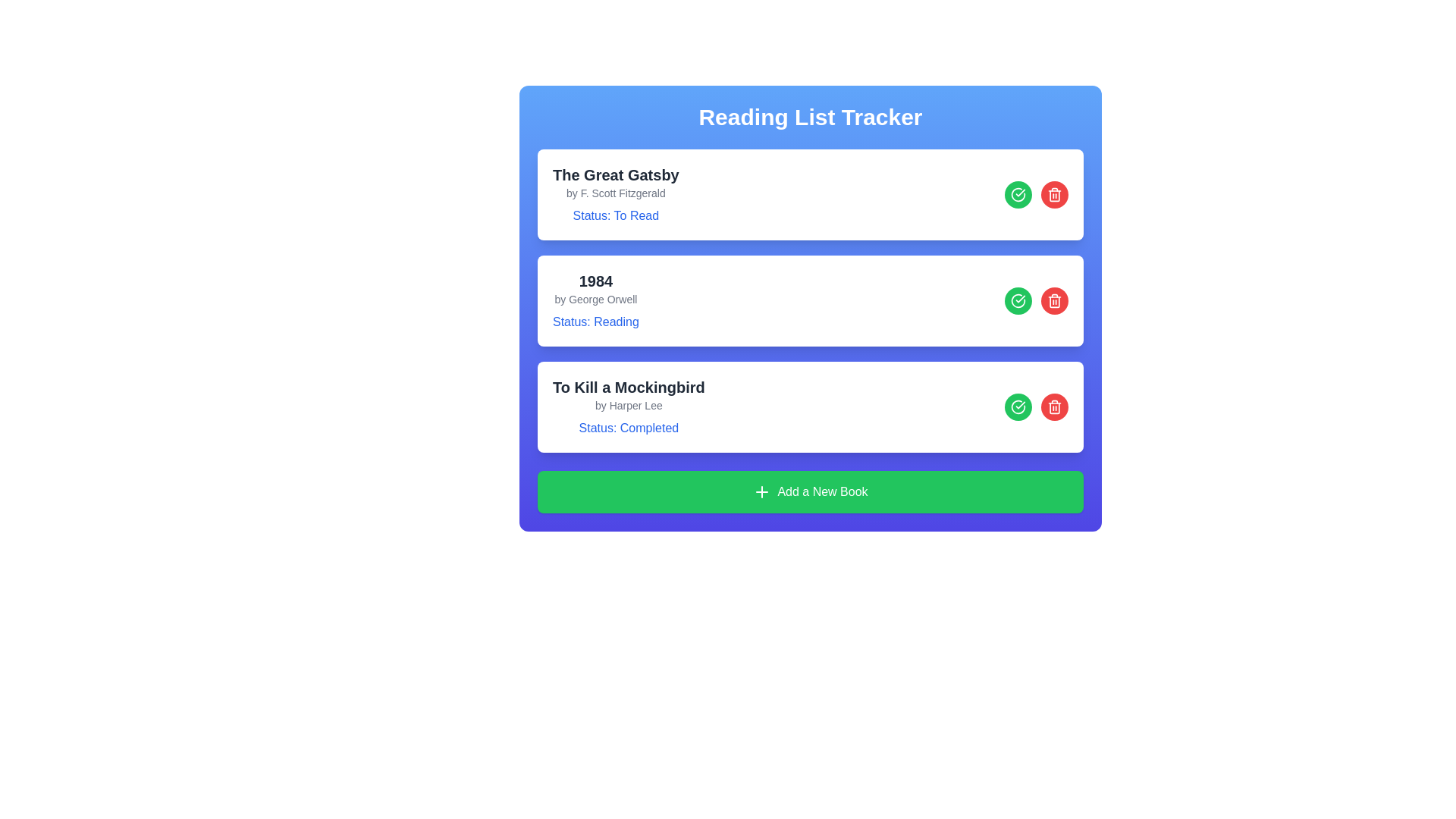  Describe the element at coordinates (1054, 194) in the screenshot. I see `the circular red delete button with a trash can icon, located next to the green checkmark button` at that location.